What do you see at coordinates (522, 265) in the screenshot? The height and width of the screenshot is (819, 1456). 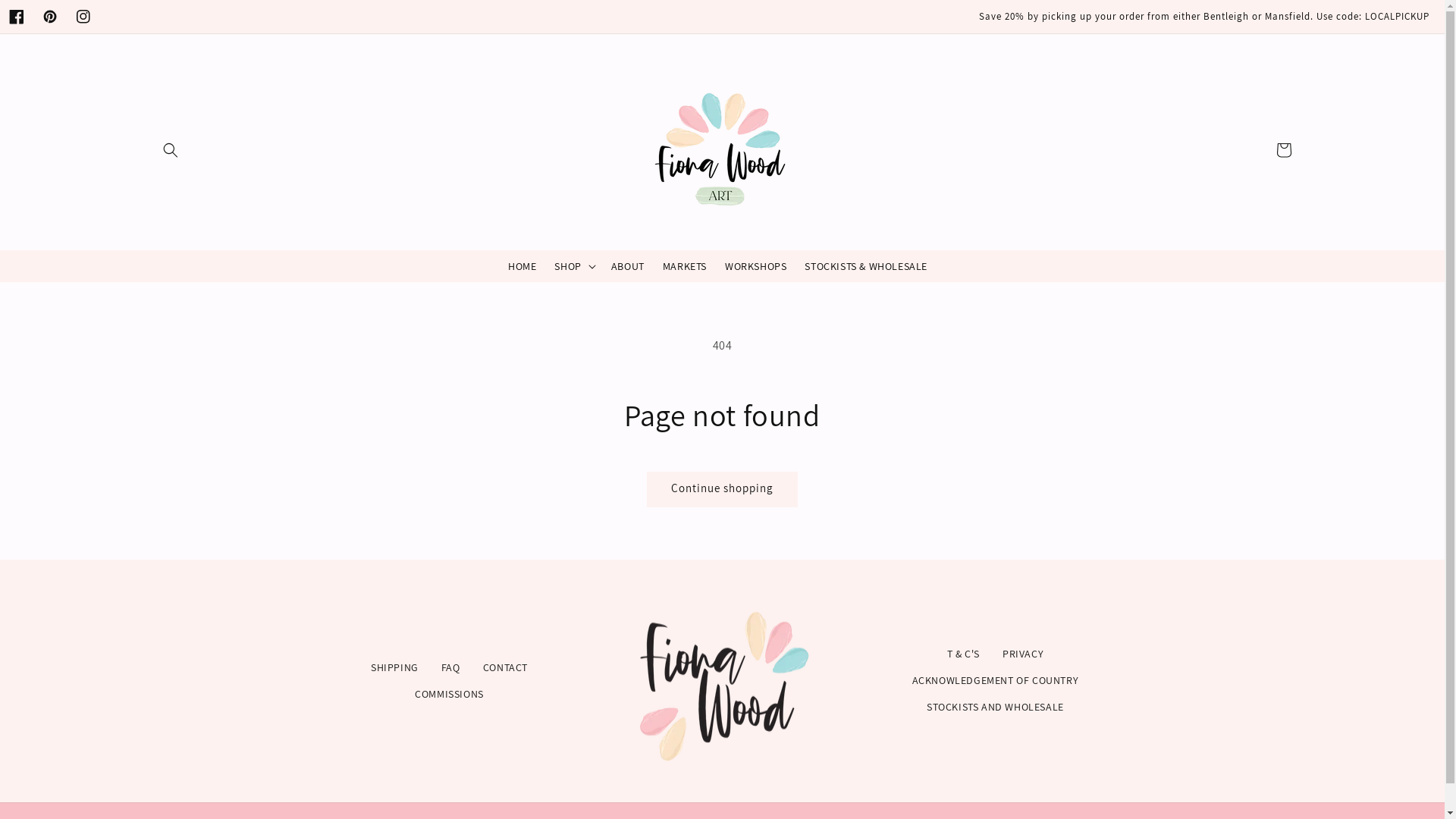 I see `'HOME'` at bounding box center [522, 265].